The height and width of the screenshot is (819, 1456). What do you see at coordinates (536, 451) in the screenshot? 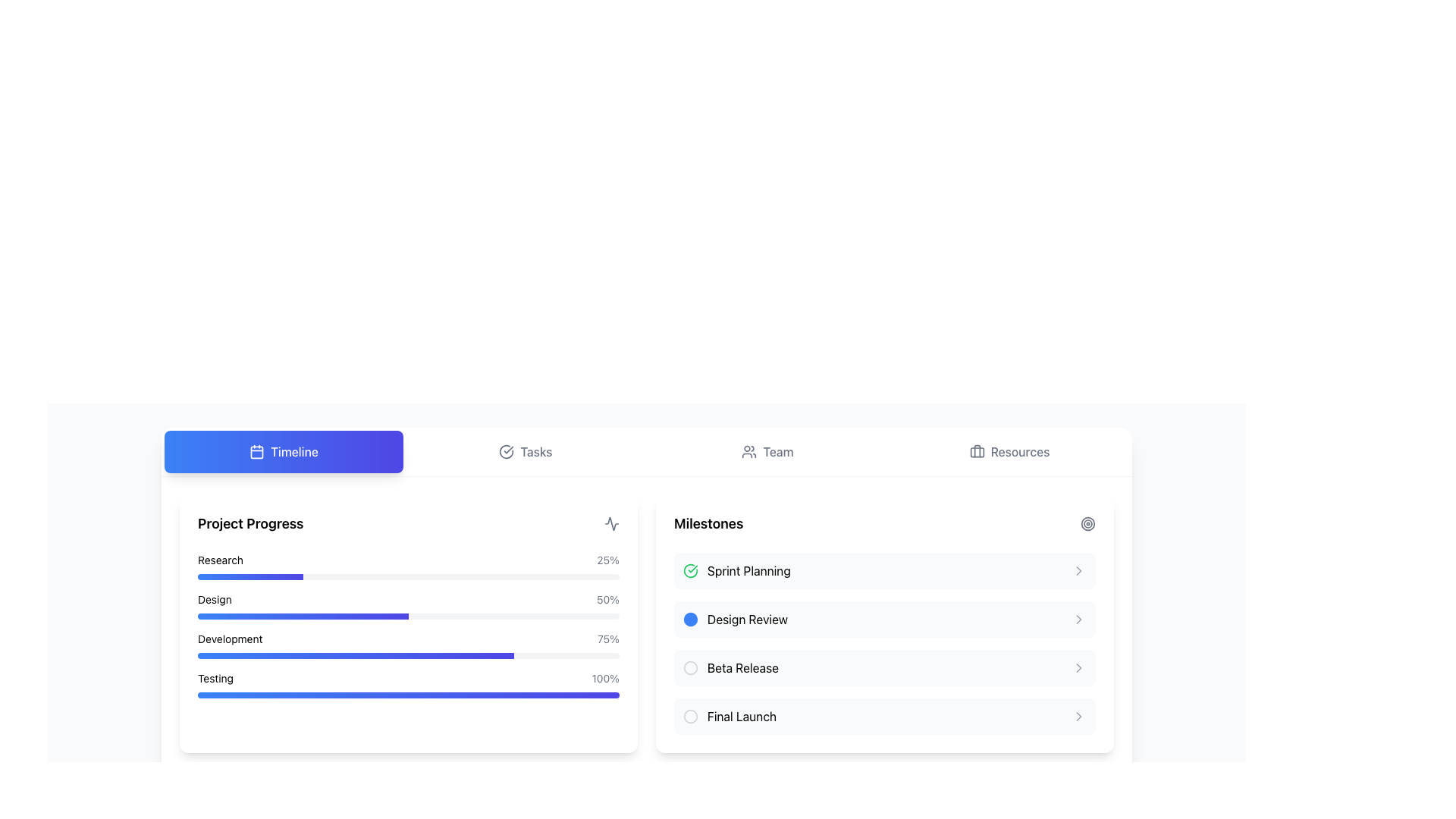
I see `the text label in the upper-central section of the navigation bar that indicates task management or lists` at bounding box center [536, 451].